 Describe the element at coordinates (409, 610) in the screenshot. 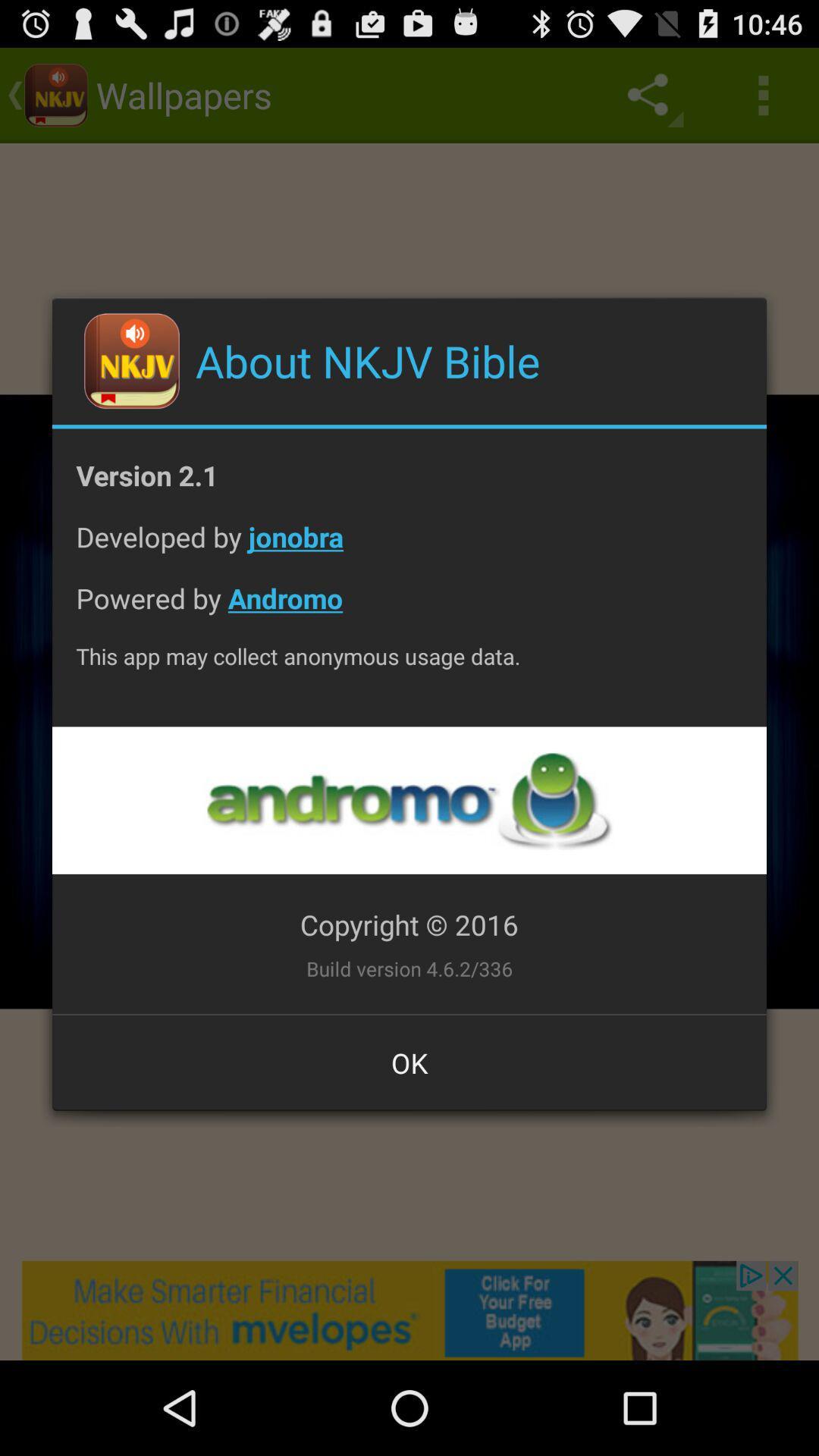

I see `powered by andromo item` at that location.